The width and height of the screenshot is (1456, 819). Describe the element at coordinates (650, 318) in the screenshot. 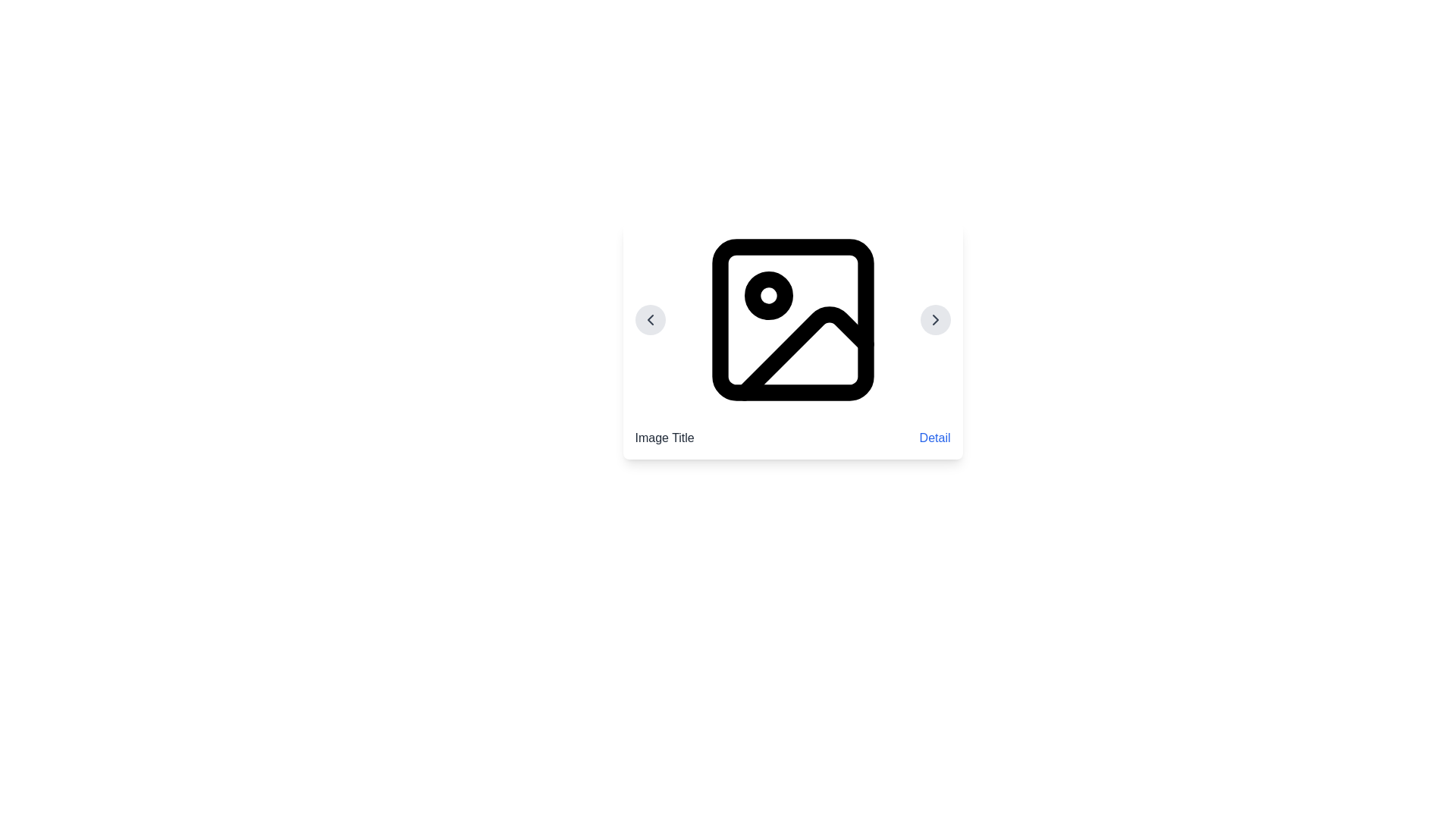

I see `the Chevron Icon on the left side of the image card` at that location.